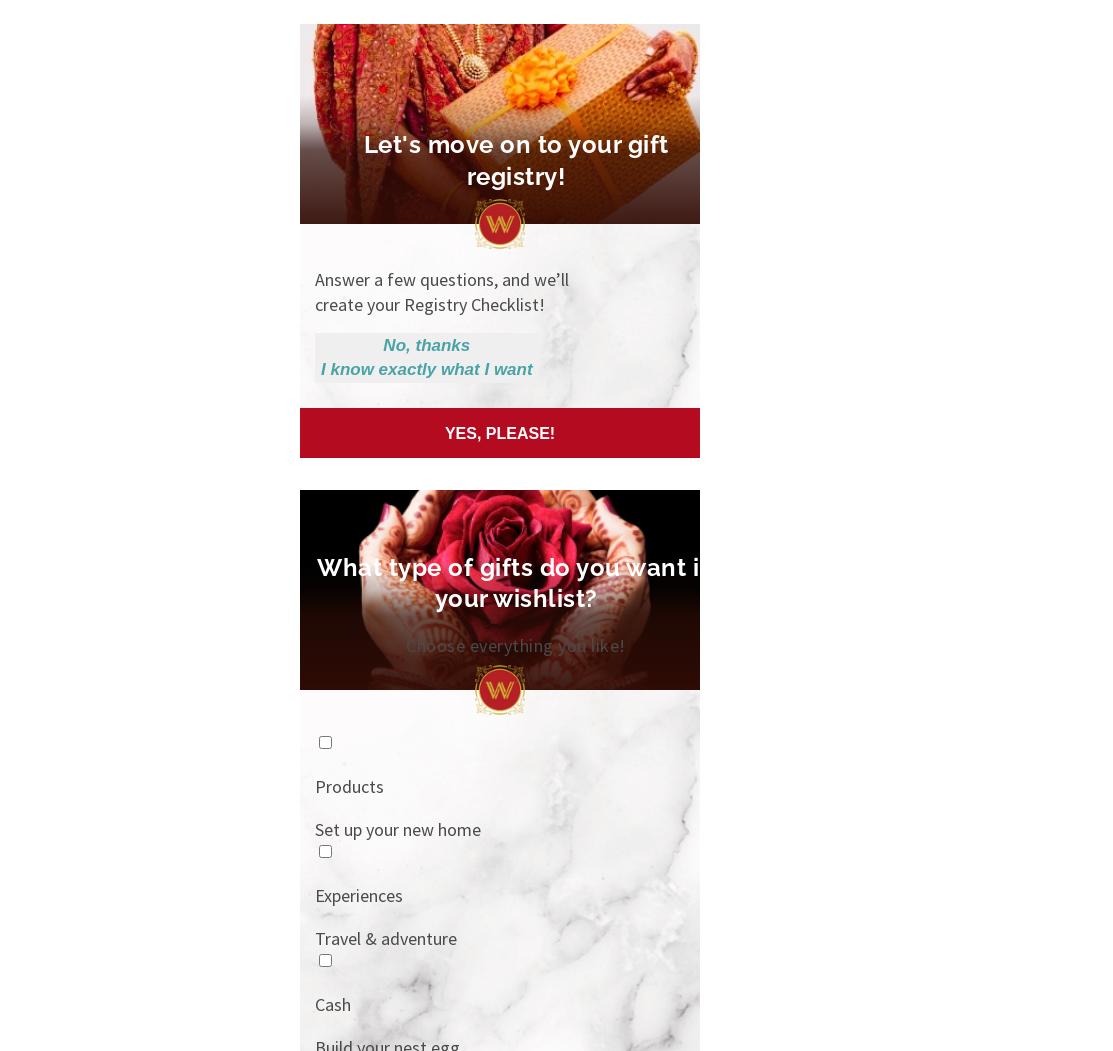 The height and width of the screenshot is (1051, 1113). Describe the element at coordinates (515, 643) in the screenshot. I see `'Choose everything you like!'` at that location.